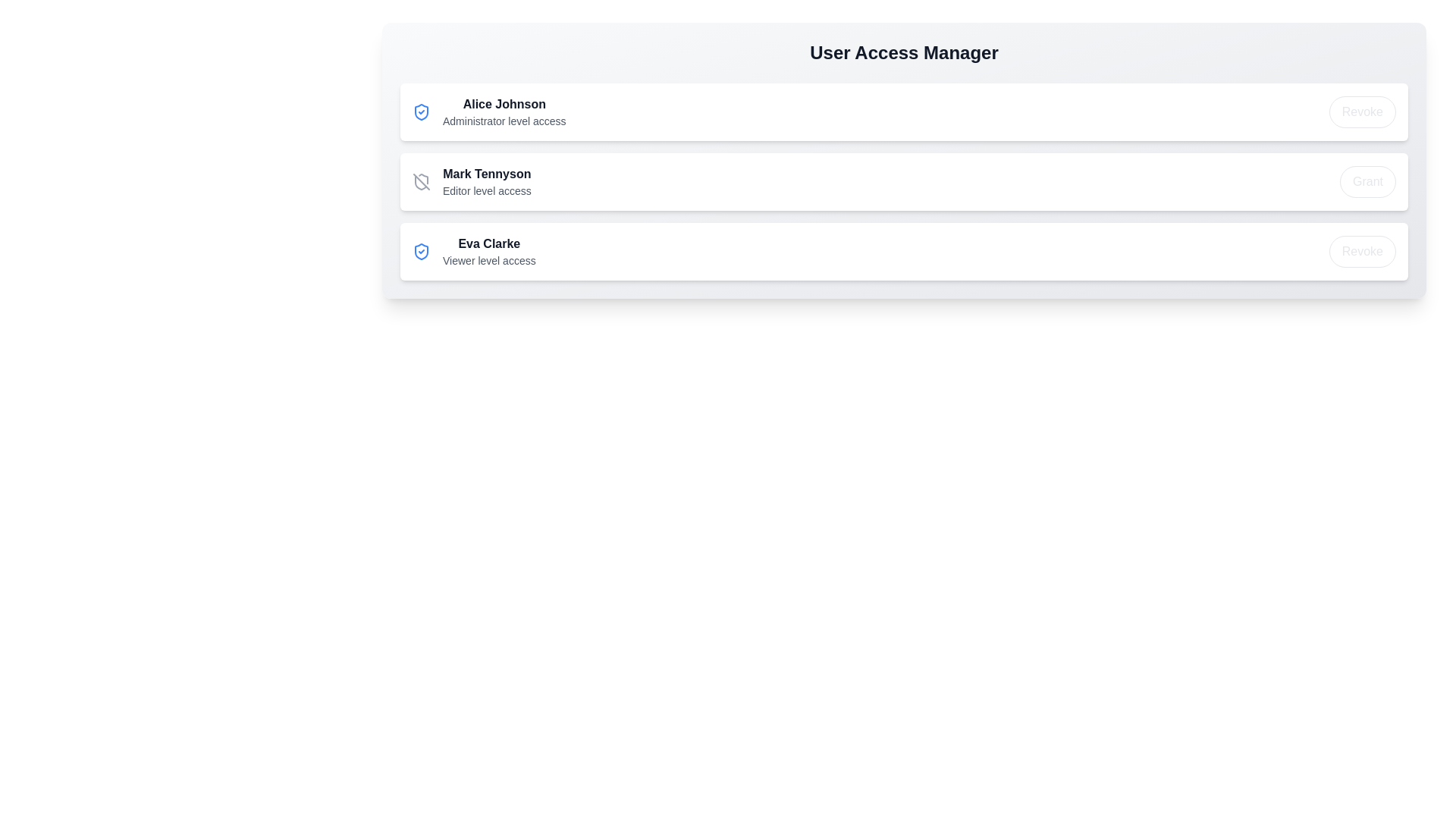 The image size is (1456, 819). What do you see at coordinates (422, 111) in the screenshot?
I see `the user access status icon to inspect its details` at bounding box center [422, 111].